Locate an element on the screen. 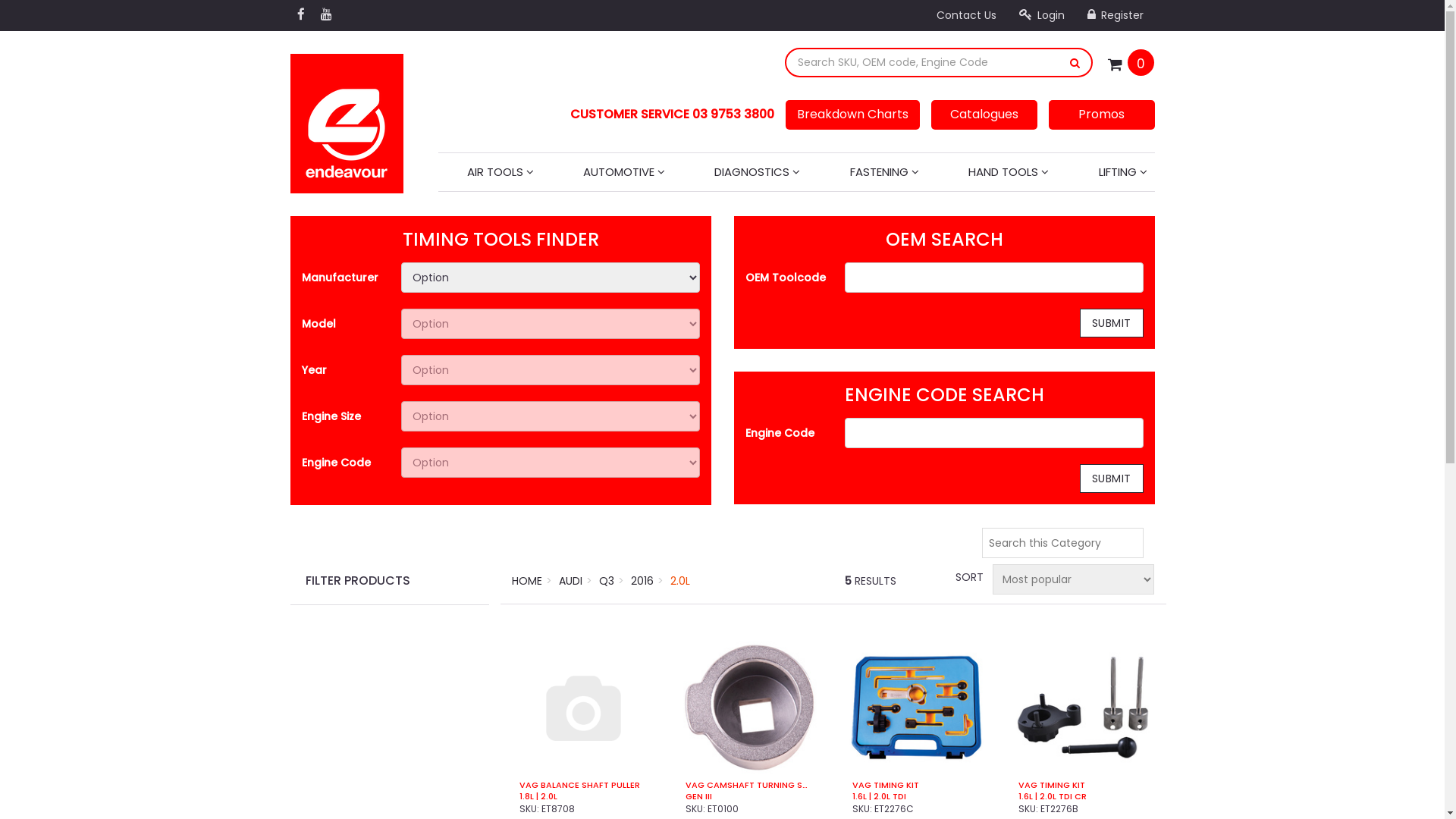 The image size is (1456, 819). 'VAG TIMING KIT' is located at coordinates (1081, 785).